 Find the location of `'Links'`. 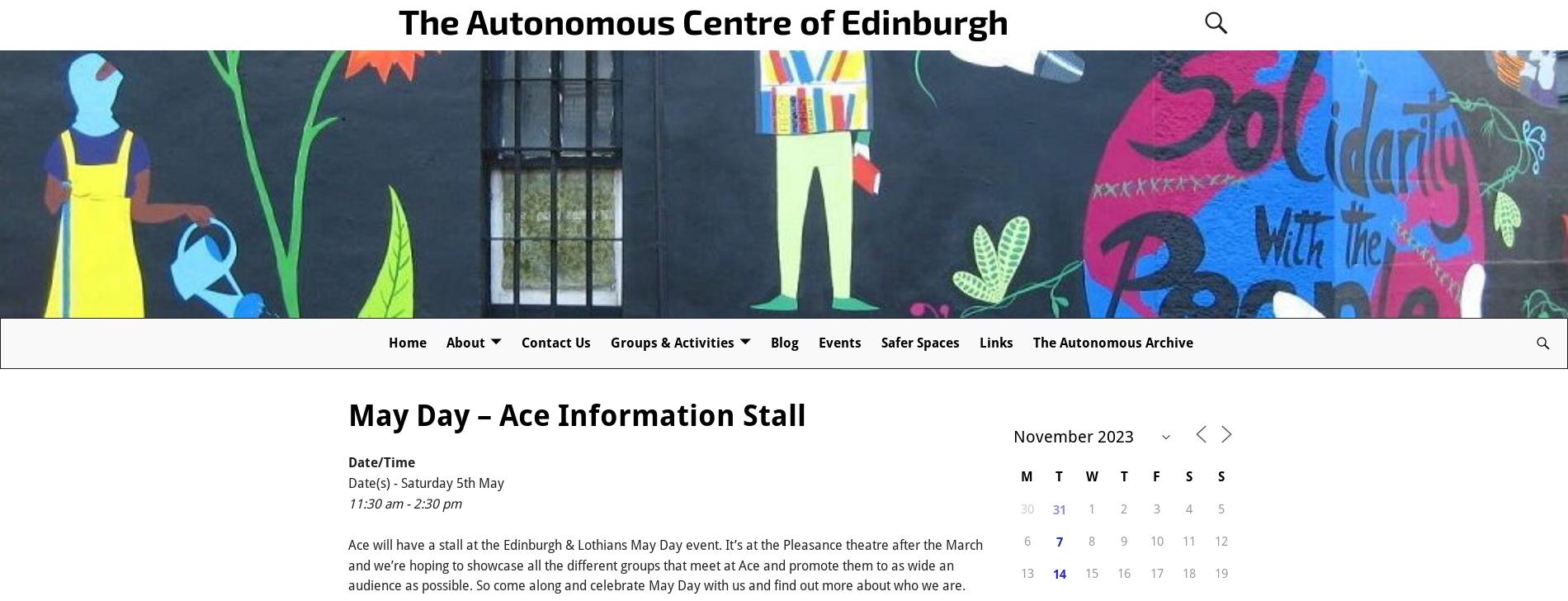

'Links' is located at coordinates (994, 343).